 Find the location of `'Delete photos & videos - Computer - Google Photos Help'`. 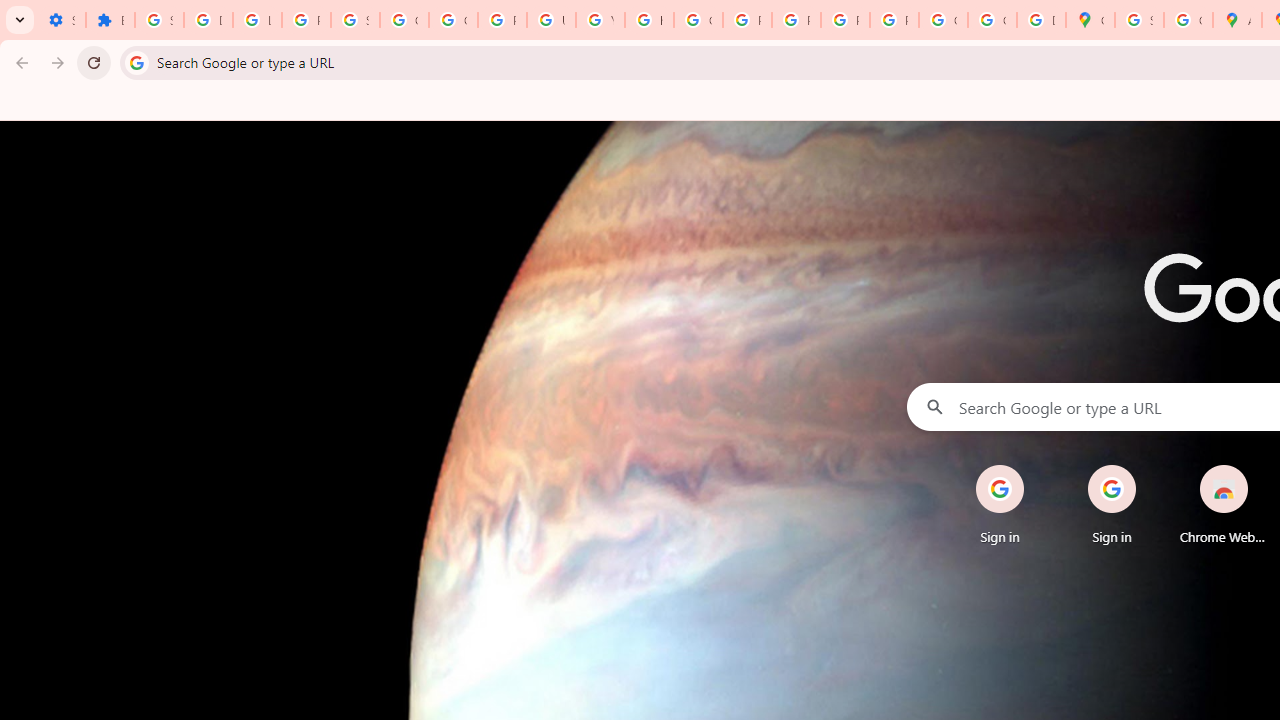

'Delete photos & videos - Computer - Google Photos Help' is located at coordinates (208, 20).